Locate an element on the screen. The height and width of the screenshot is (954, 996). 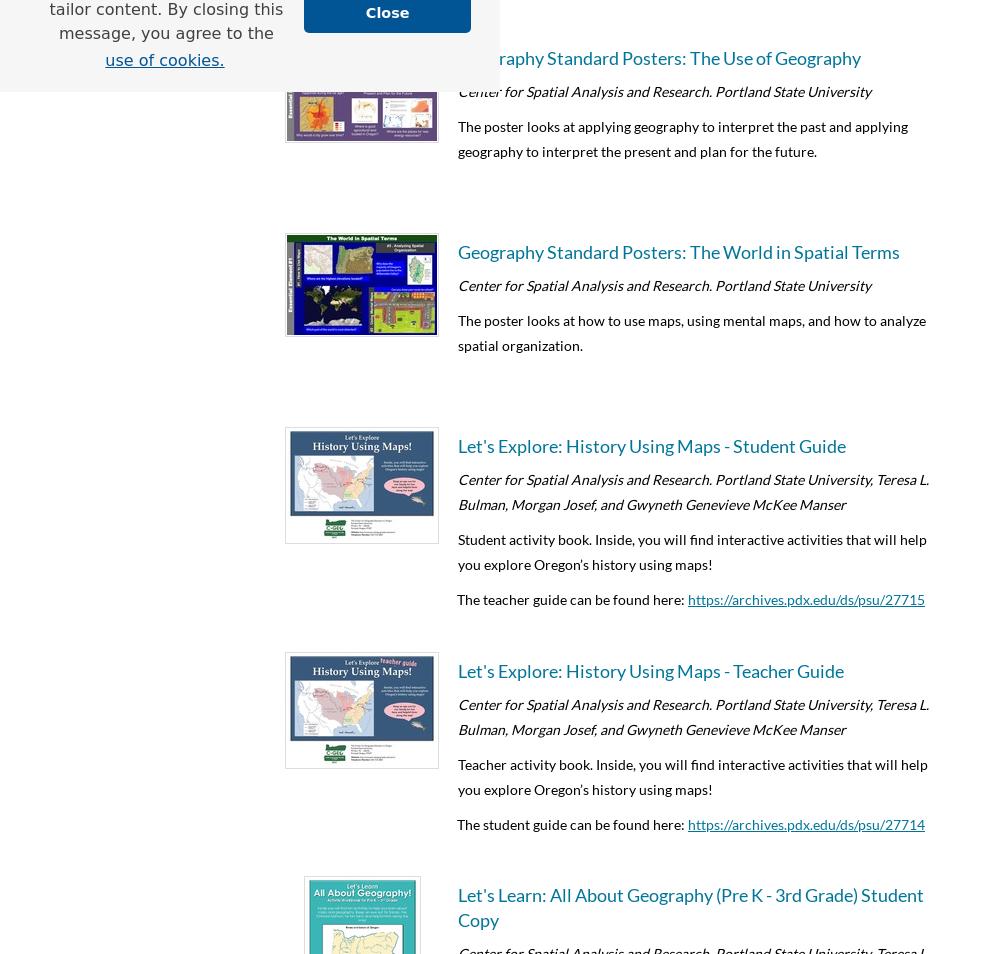
'The poster looks at applying geography to interpret the past and applying geography to interpret the present and plan for the future.' is located at coordinates (682, 137).